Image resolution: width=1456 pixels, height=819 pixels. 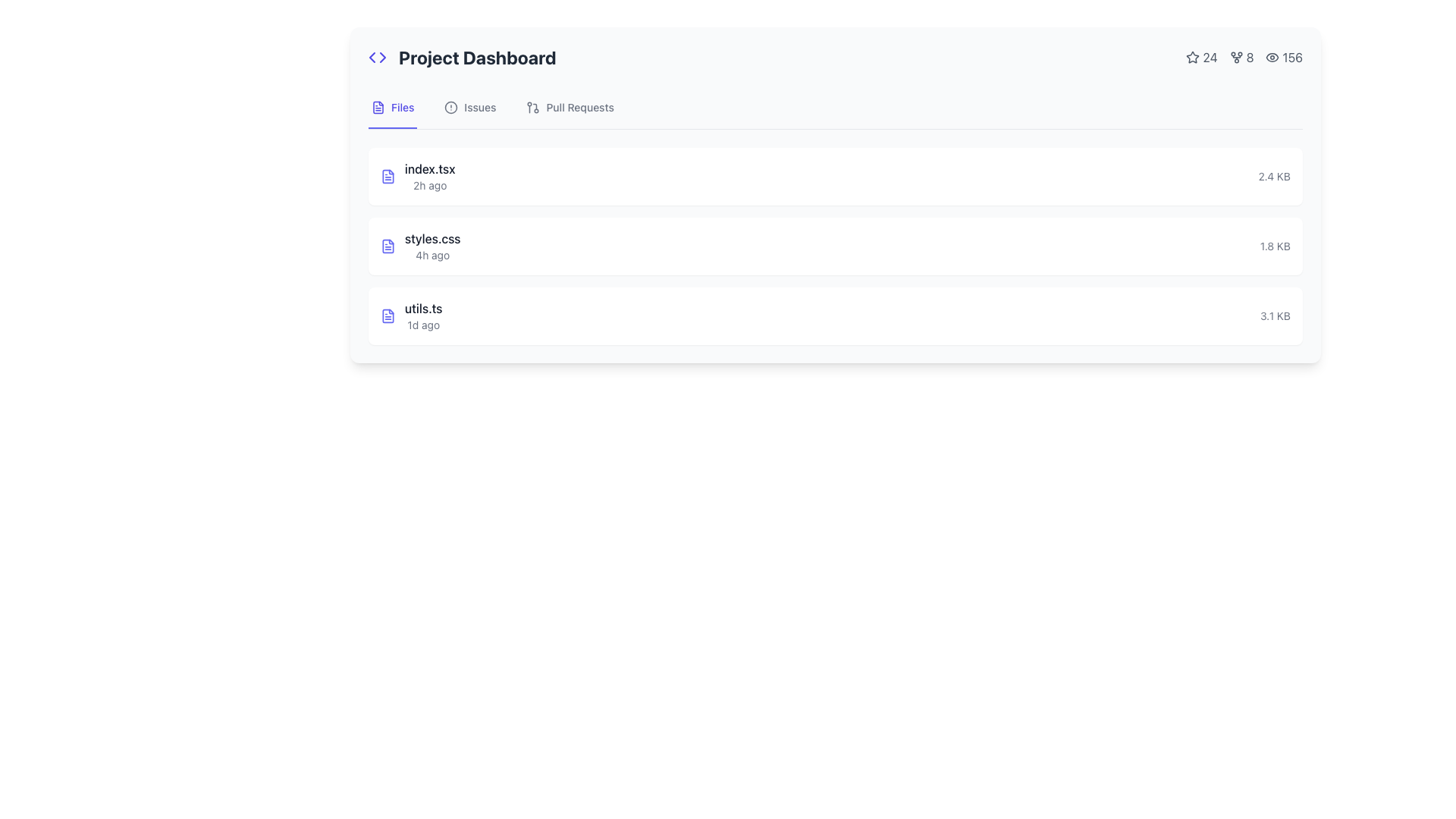 I want to click on the static text label displaying the file name 'utils.ts', which is horizontally centered and positioned at the top of the file list, above the timestamp label '1d ago', so click(x=423, y=308).